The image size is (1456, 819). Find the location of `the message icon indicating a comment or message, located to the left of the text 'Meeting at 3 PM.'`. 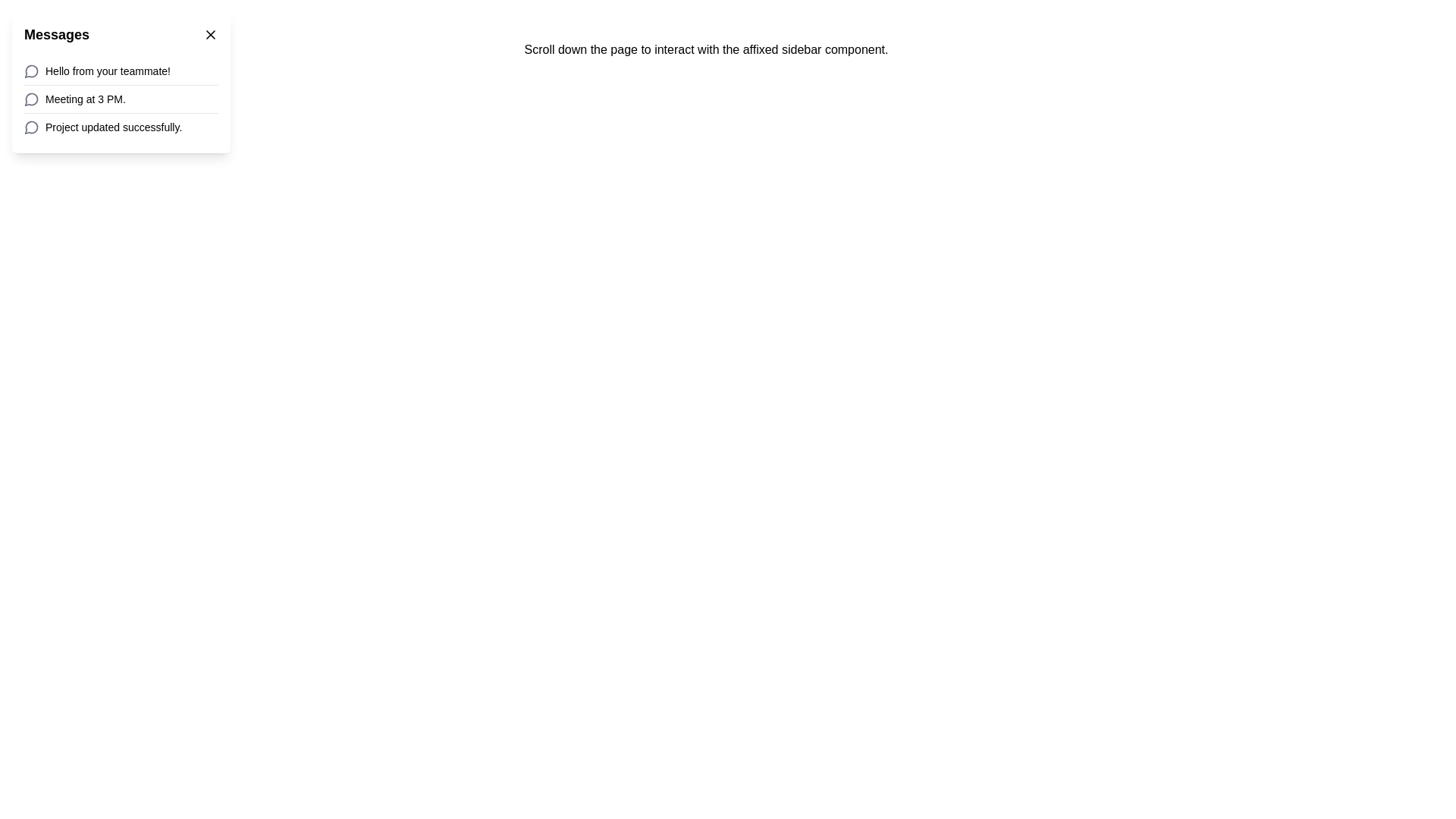

the message icon indicating a comment or message, located to the left of the text 'Meeting at 3 PM.' is located at coordinates (32, 99).